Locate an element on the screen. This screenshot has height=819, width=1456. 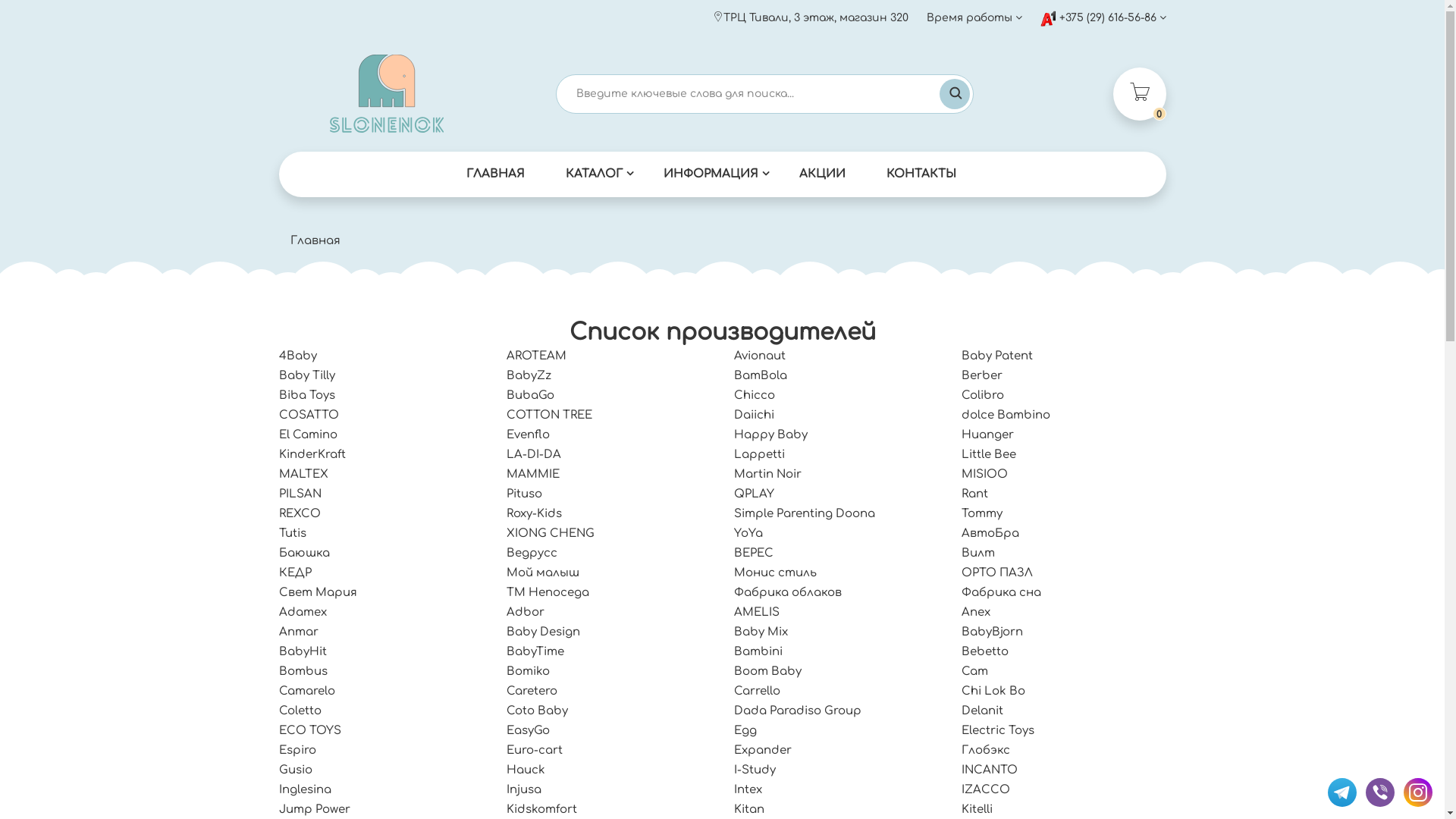
'Electric Toys' is located at coordinates (997, 730).